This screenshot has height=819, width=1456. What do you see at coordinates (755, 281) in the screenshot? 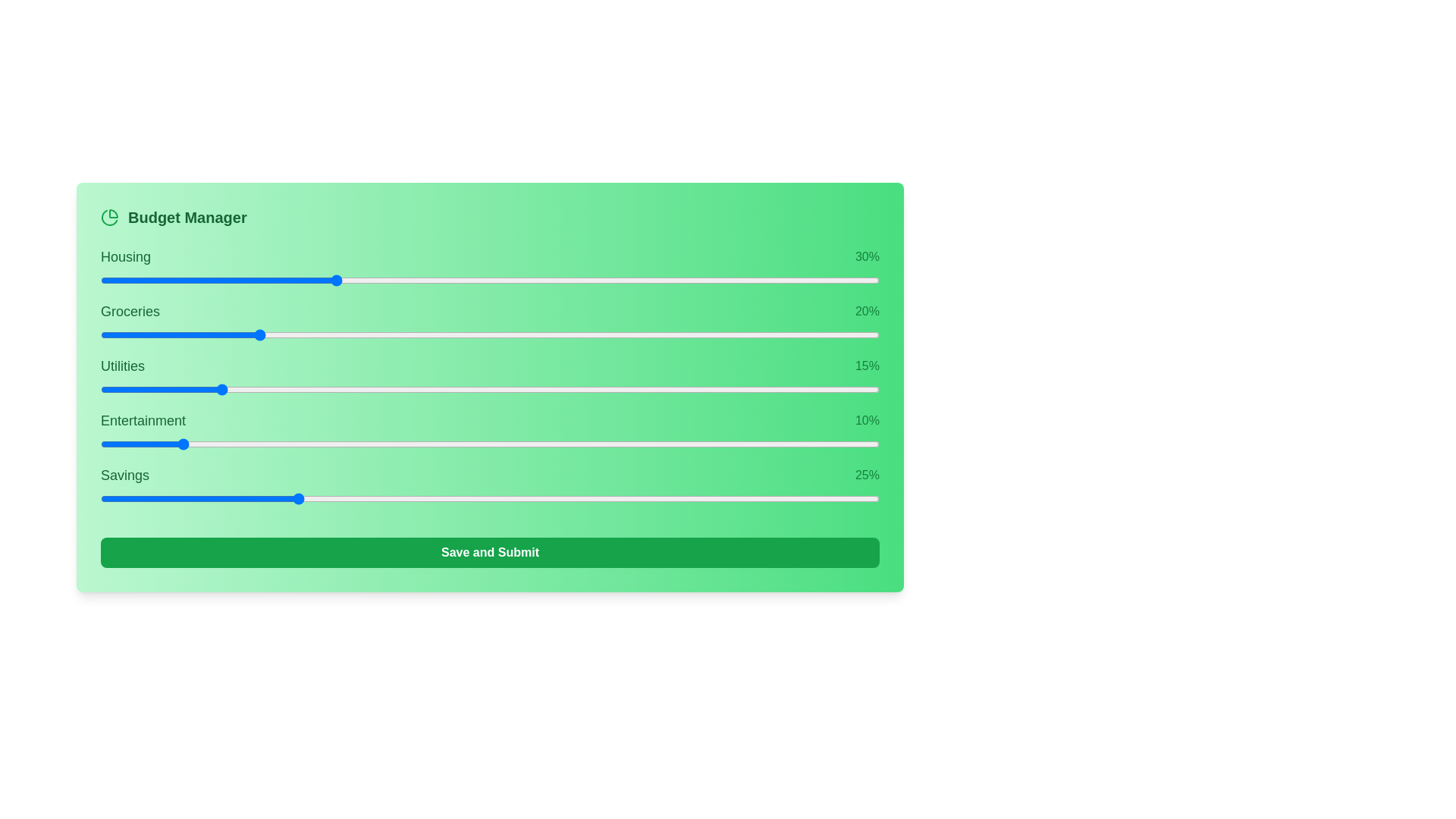
I see `the slider for 0 to 68% allocation` at bounding box center [755, 281].